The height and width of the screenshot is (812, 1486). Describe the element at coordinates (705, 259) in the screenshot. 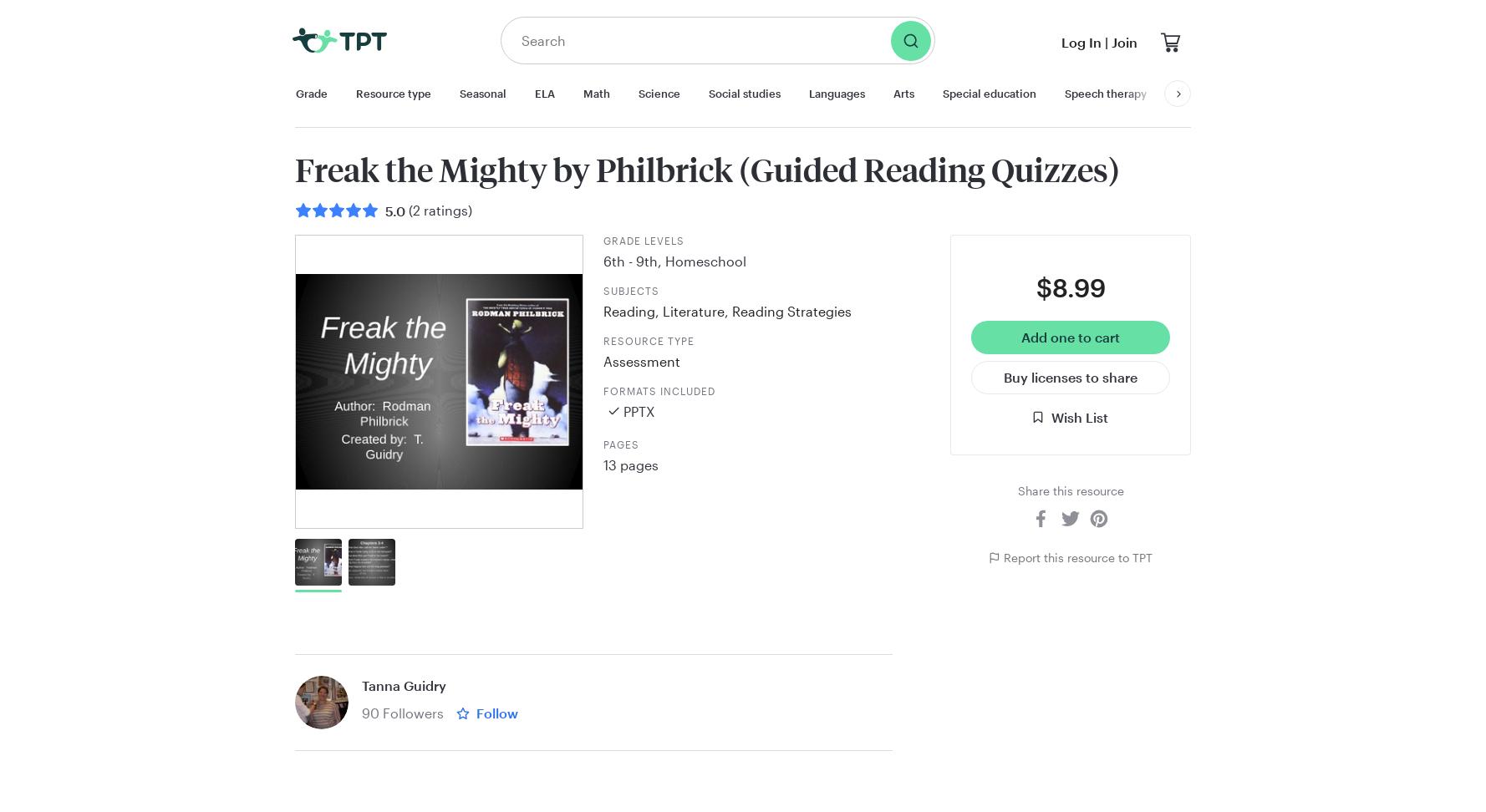

I see `'Homeschool'` at that location.